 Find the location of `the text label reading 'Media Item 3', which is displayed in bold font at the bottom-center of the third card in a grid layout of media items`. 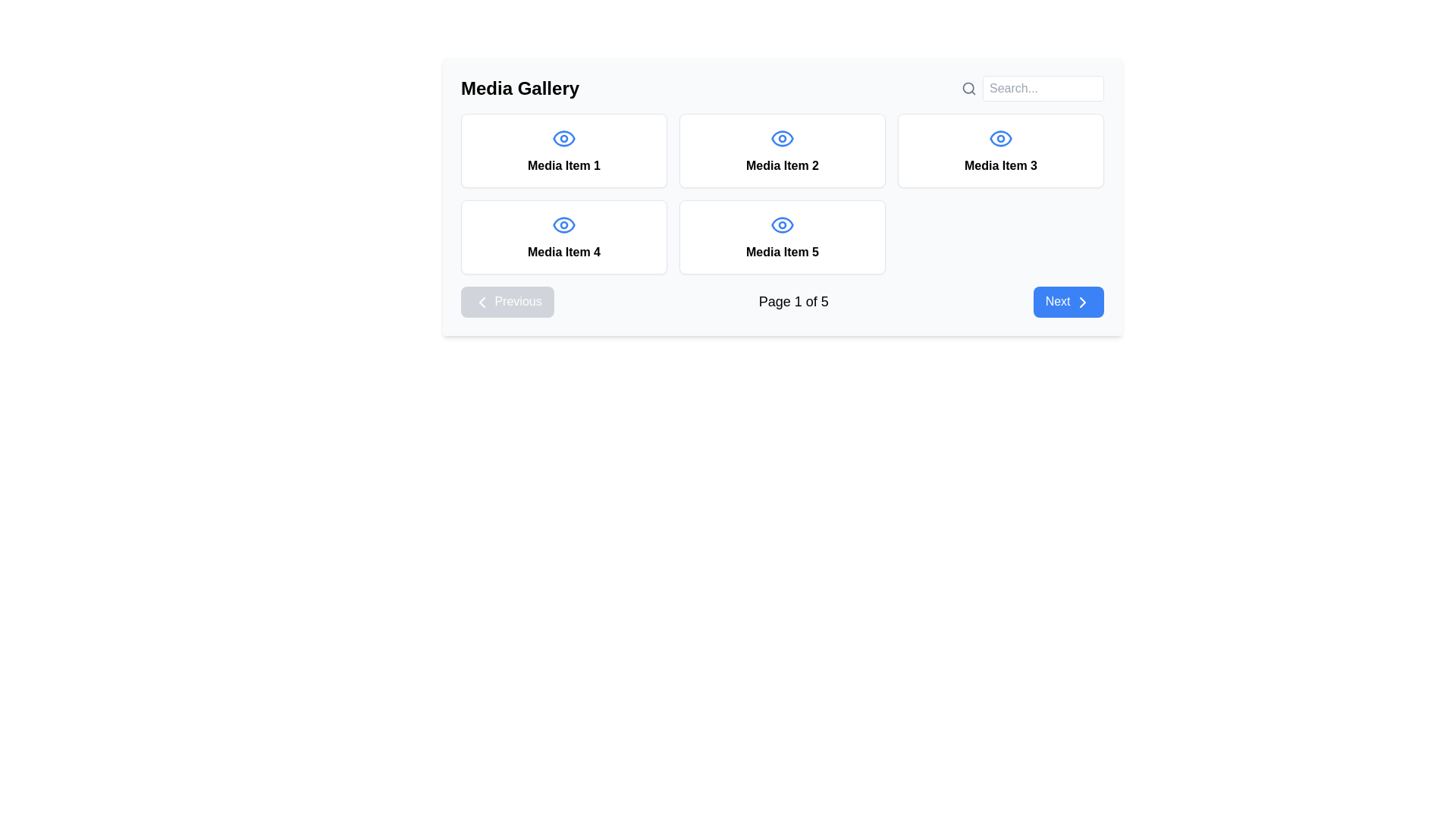

the text label reading 'Media Item 3', which is displayed in bold font at the bottom-center of the third card in a grid layout of media items is located at coordinates (1001, 166).